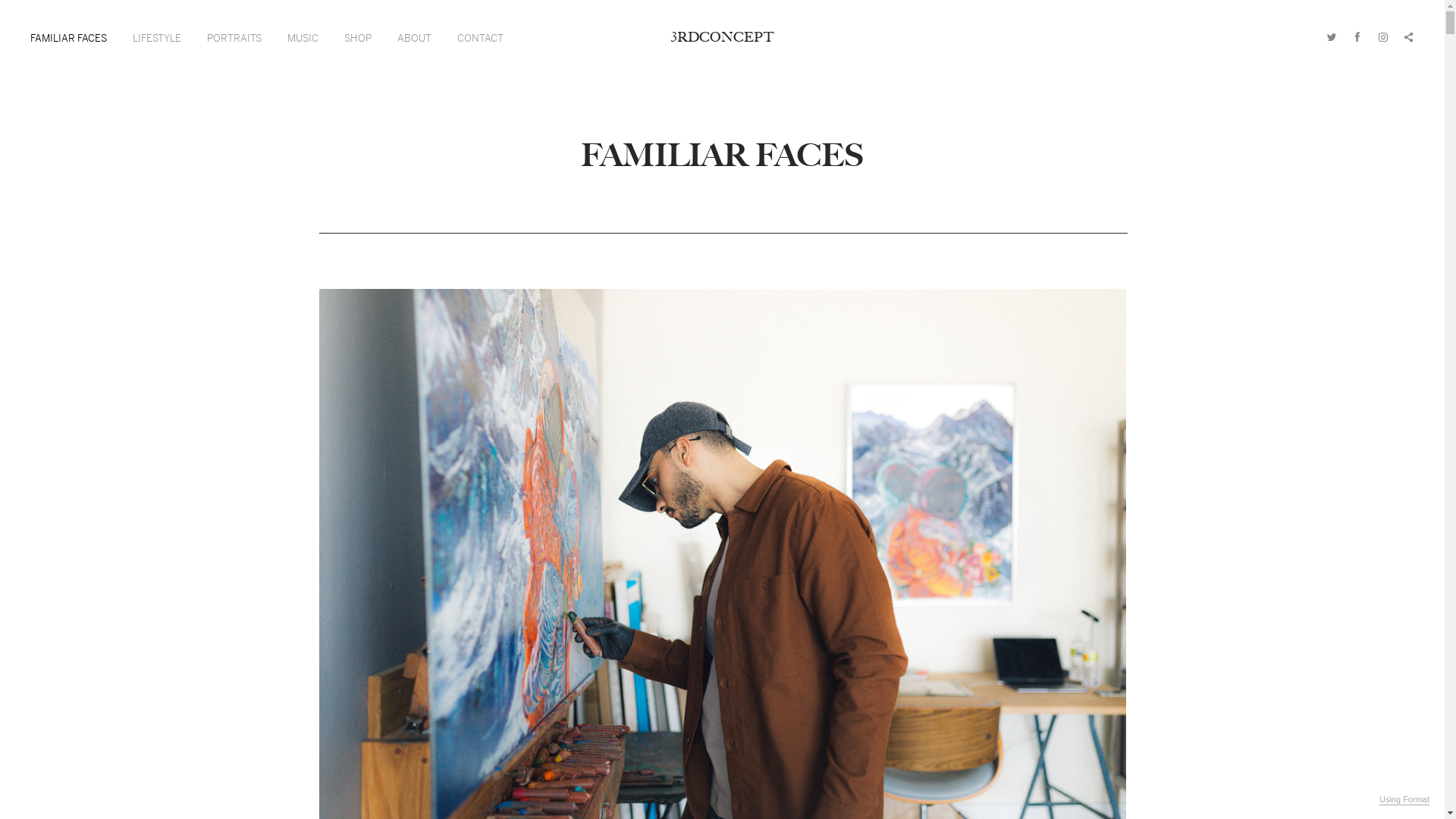  What do you see at coordinates (233, 37) in the screenshot?
I see `'PORTRAITS'` at bounding box center [233, 37].